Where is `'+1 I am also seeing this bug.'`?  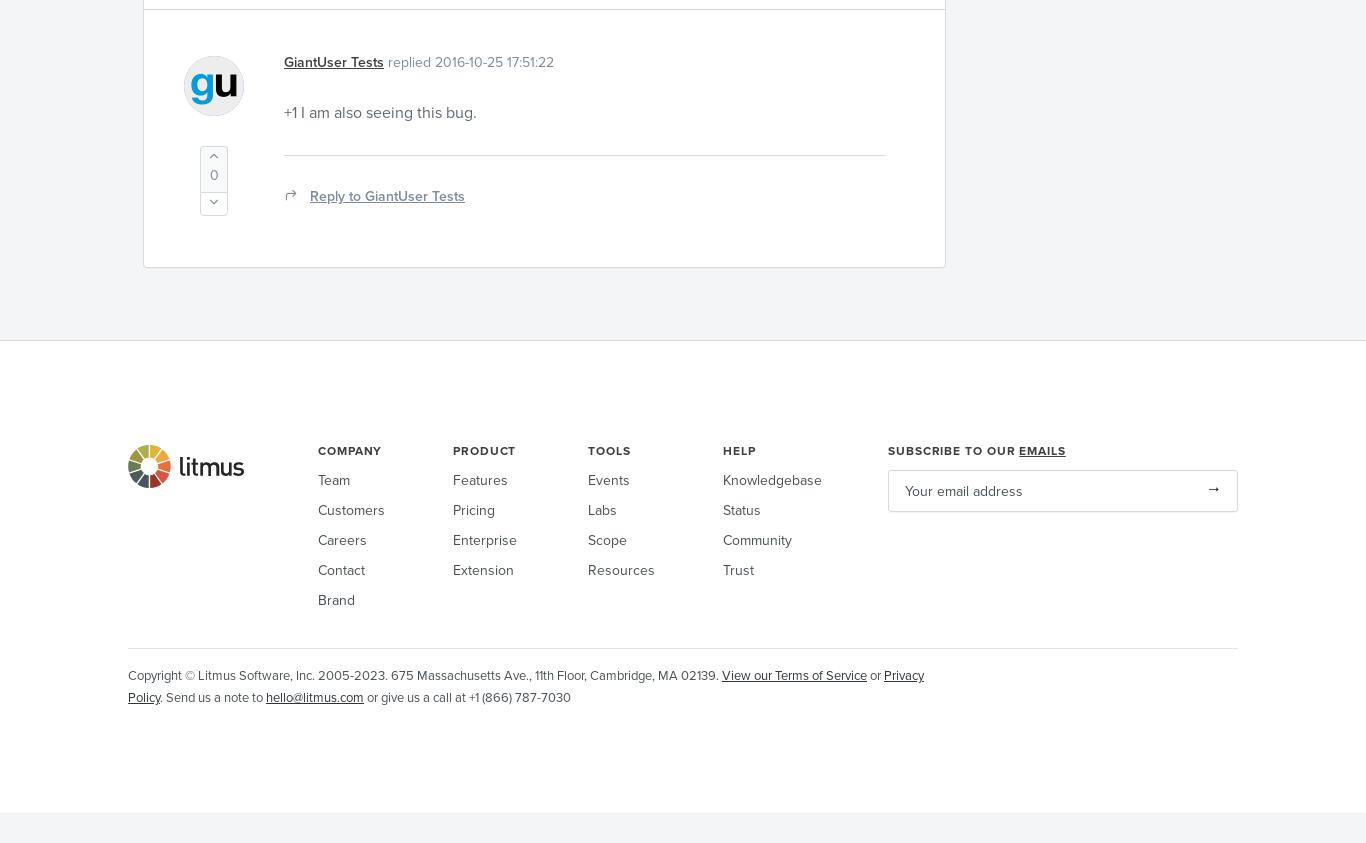
'+1 I am also seeing this bug.' is located at coordinates (283, 111).